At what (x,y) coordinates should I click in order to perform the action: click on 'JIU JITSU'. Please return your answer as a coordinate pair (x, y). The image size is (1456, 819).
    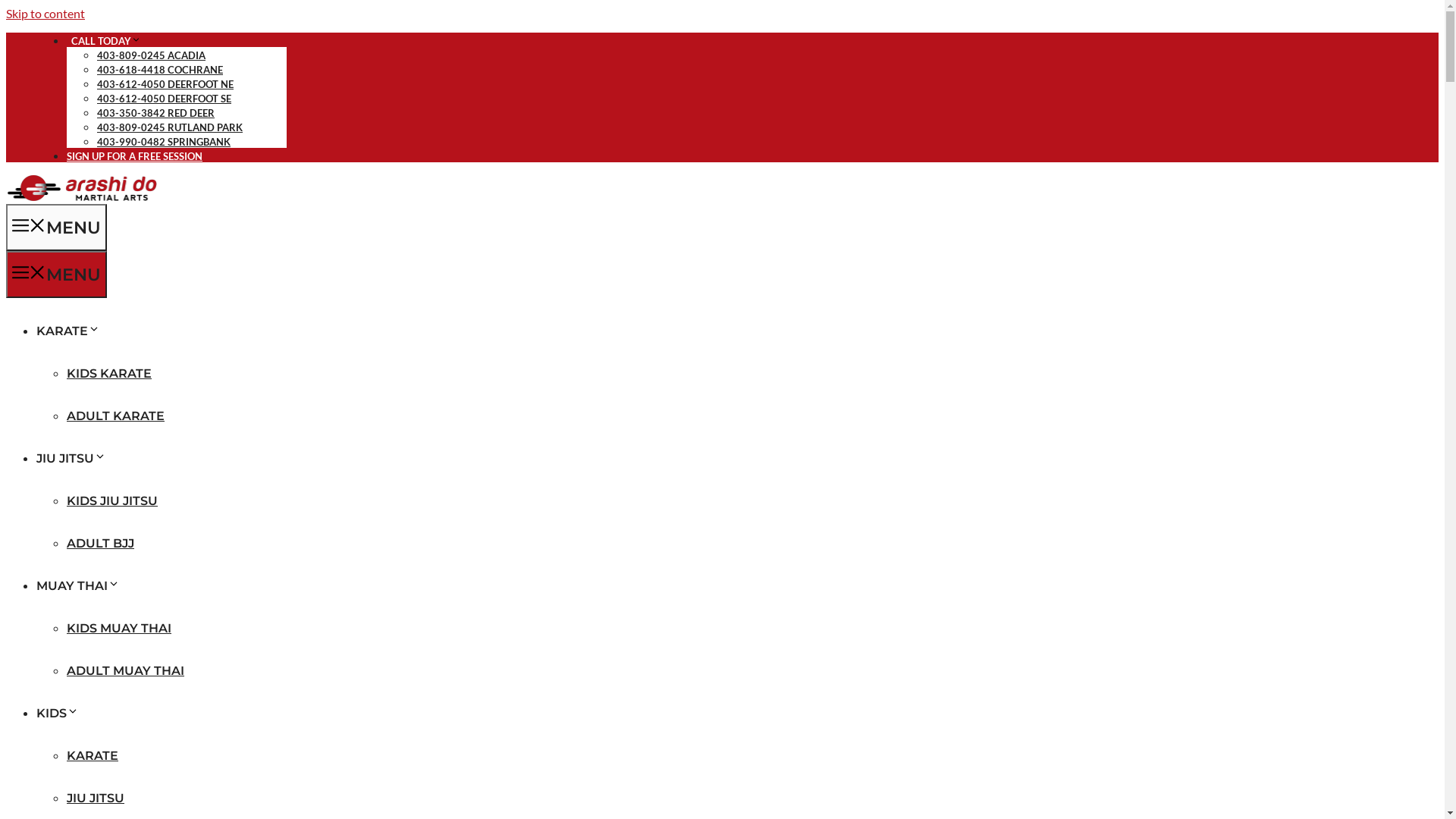
    Looking at the image, I should click on (71, 457).